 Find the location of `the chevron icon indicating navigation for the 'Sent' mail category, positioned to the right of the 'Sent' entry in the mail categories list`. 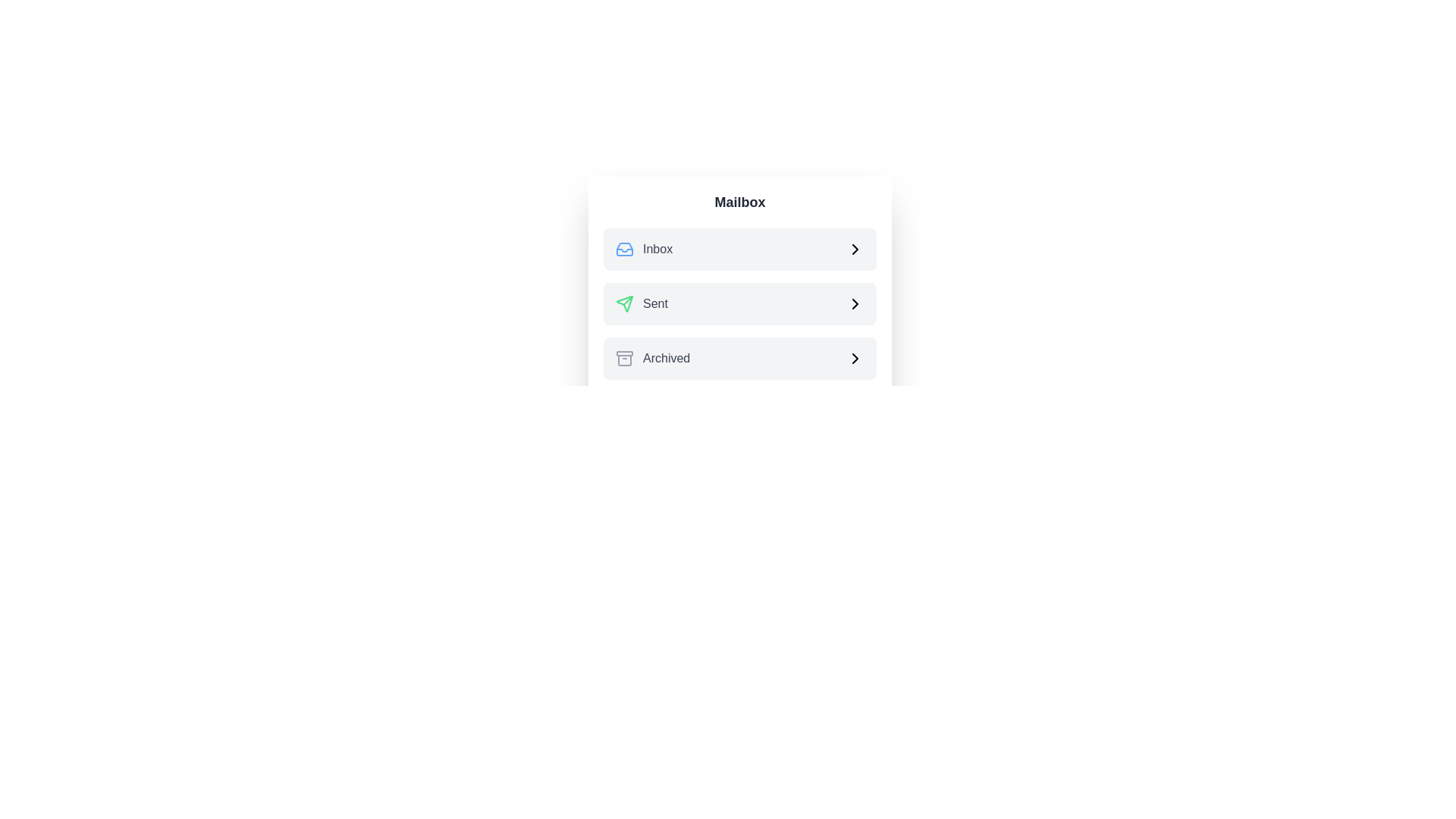

the chevron icon indicating navigation for the 'Sent' mail category, positioned to the right of the 'Sent' entry in the mail categories list is located at coordinates (855, 304).